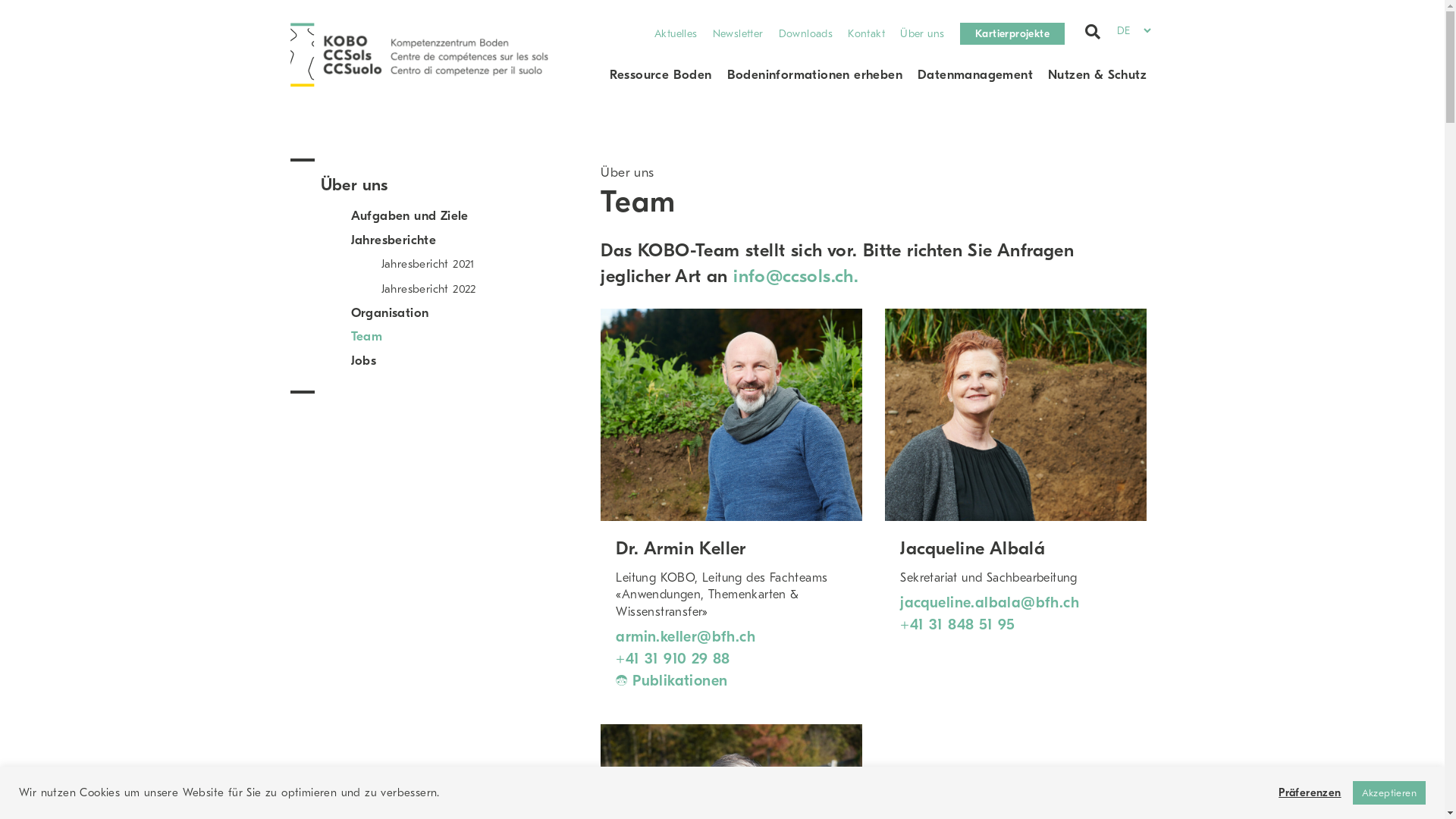 This screenshot has width=1456, height=819. I want to click on 'Bodeninformationen erheben', so click(719, 75).